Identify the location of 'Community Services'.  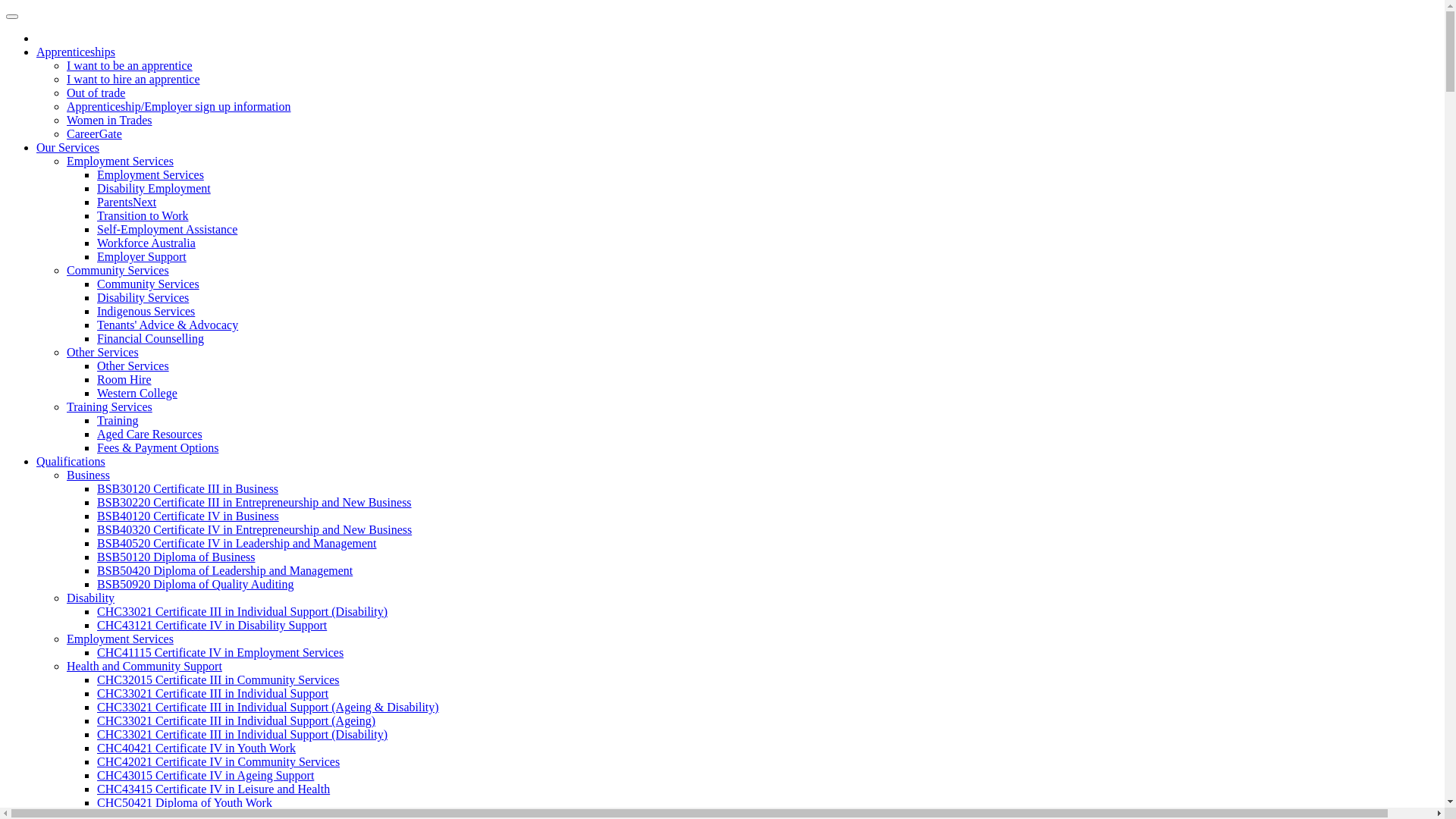
(117, 269).